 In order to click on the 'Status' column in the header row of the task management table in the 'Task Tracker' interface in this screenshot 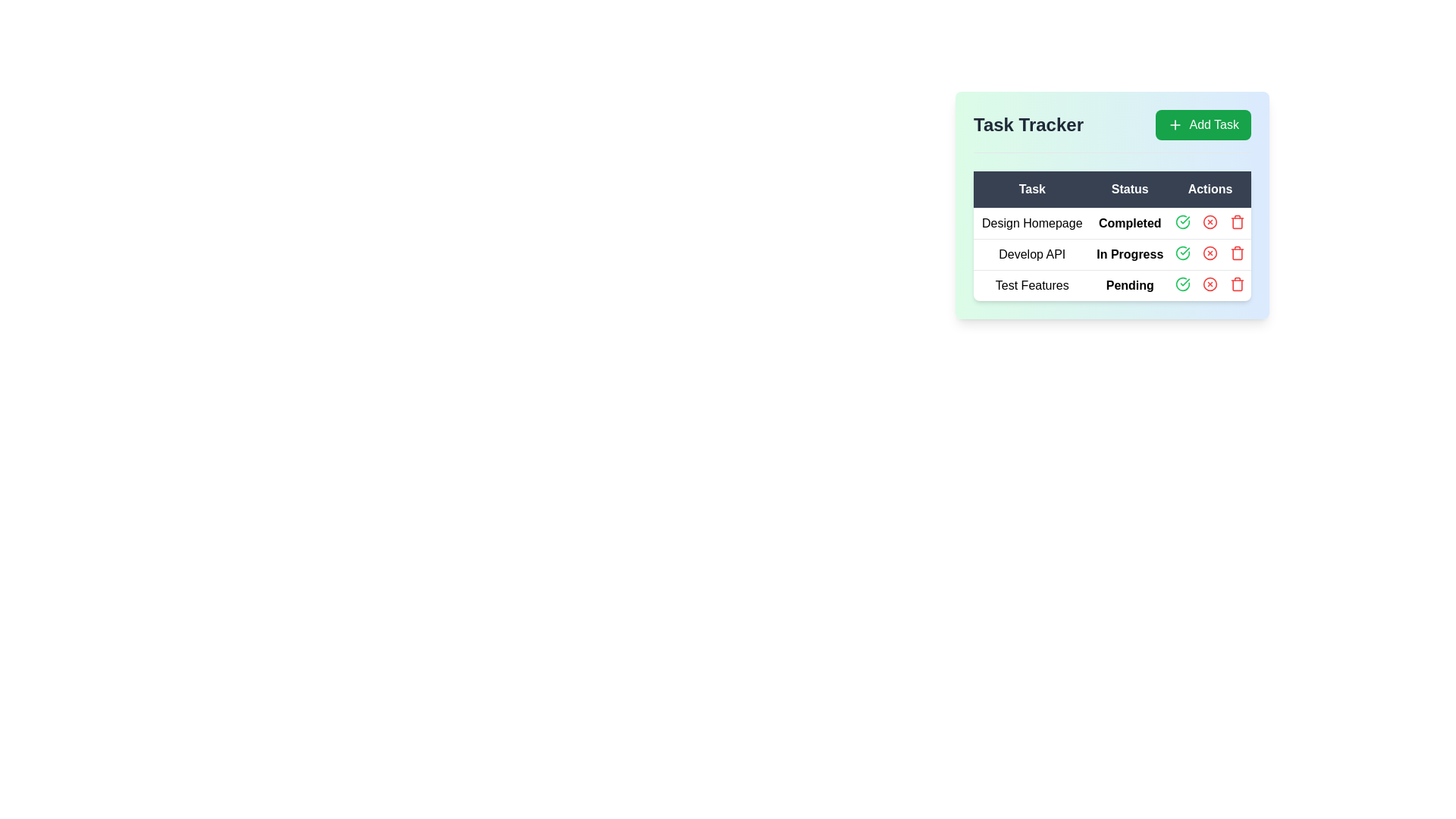, I will do `click(1112, 189)`.